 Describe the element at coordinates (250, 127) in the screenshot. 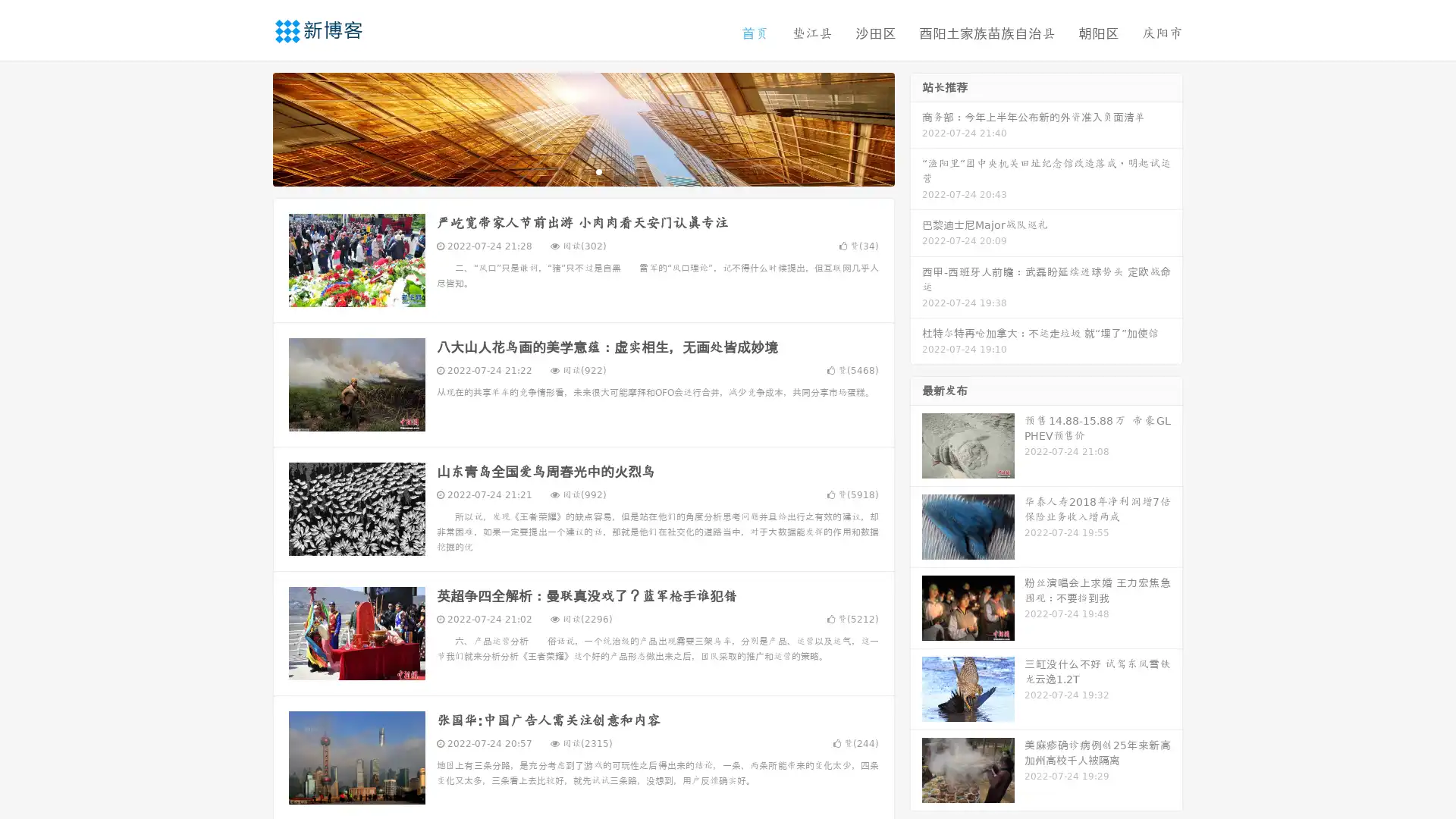

I see `Previous slide` at that location.